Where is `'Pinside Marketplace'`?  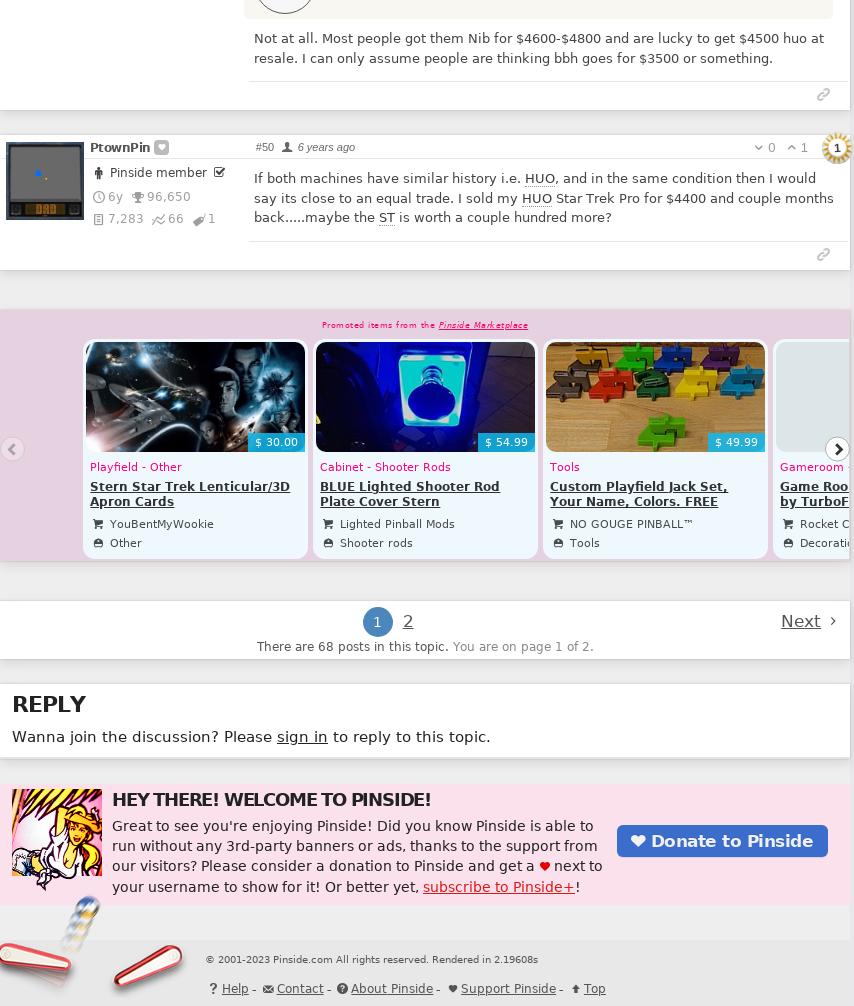
'Pinside Marketplace' is located at coordinates (483, 323).